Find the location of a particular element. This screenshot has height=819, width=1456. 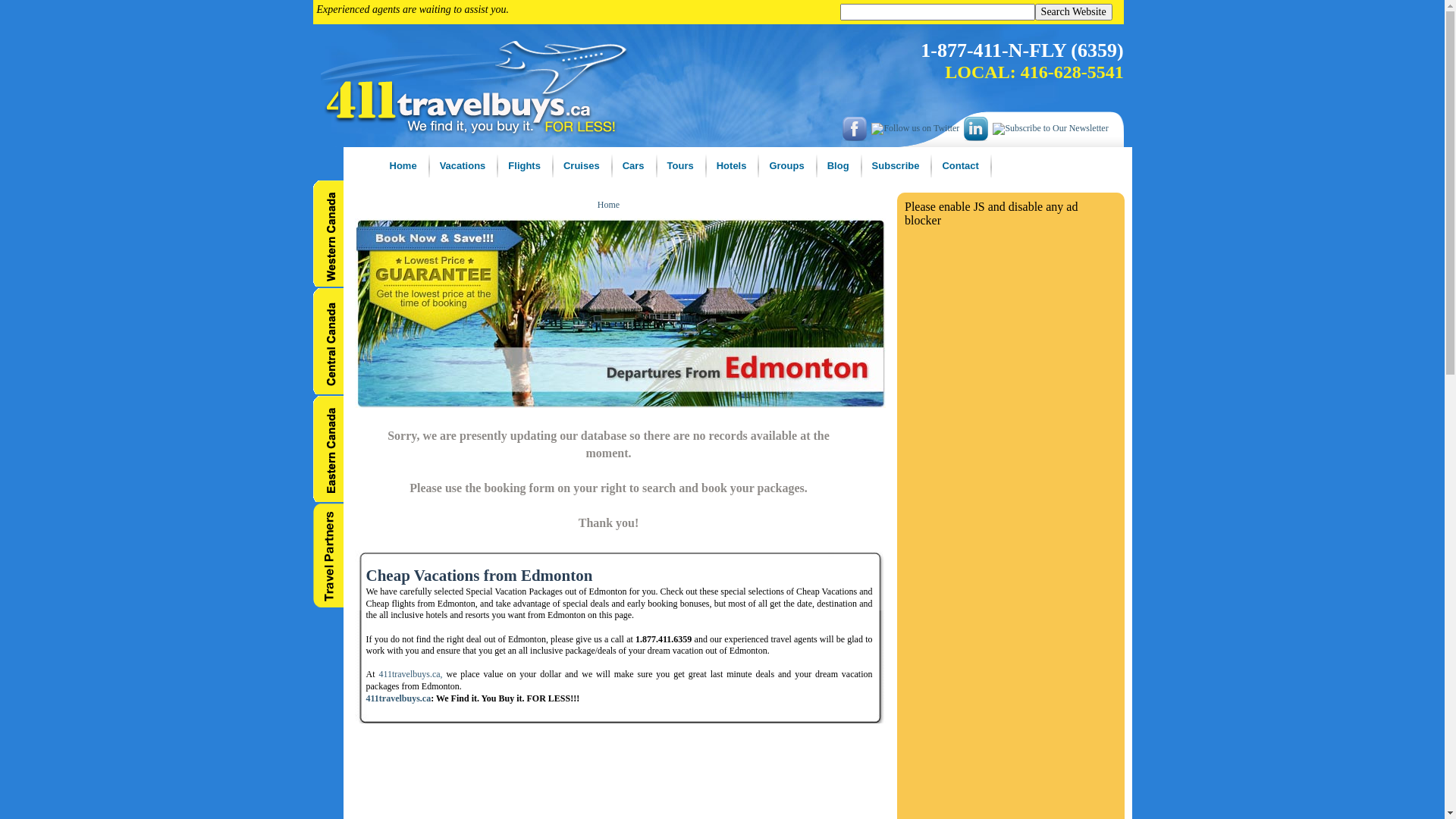

'411travelbuys.ca,' is located at coordinates (378, 673).